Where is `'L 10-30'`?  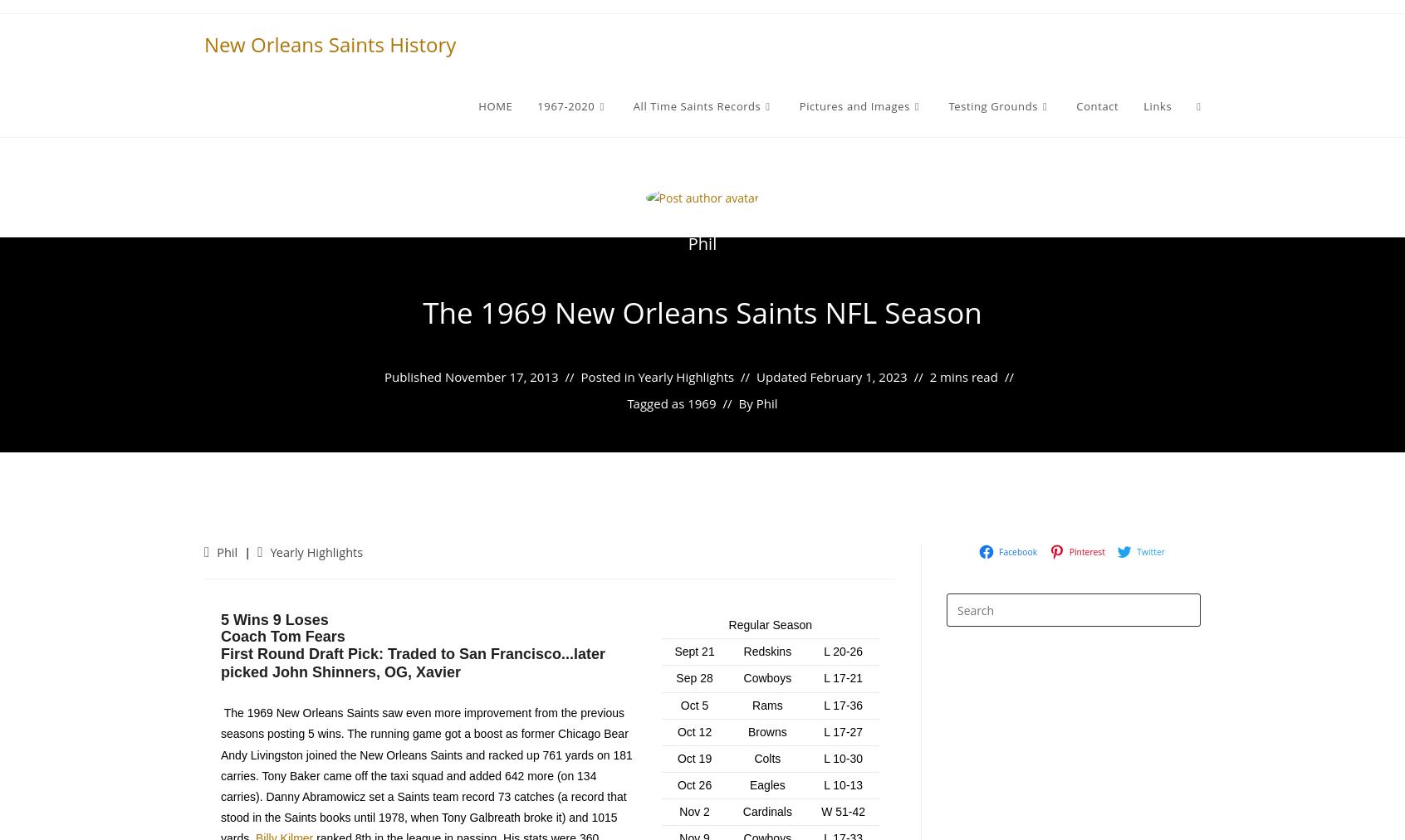
'L 10-30' is located at coordinates (842, 758).